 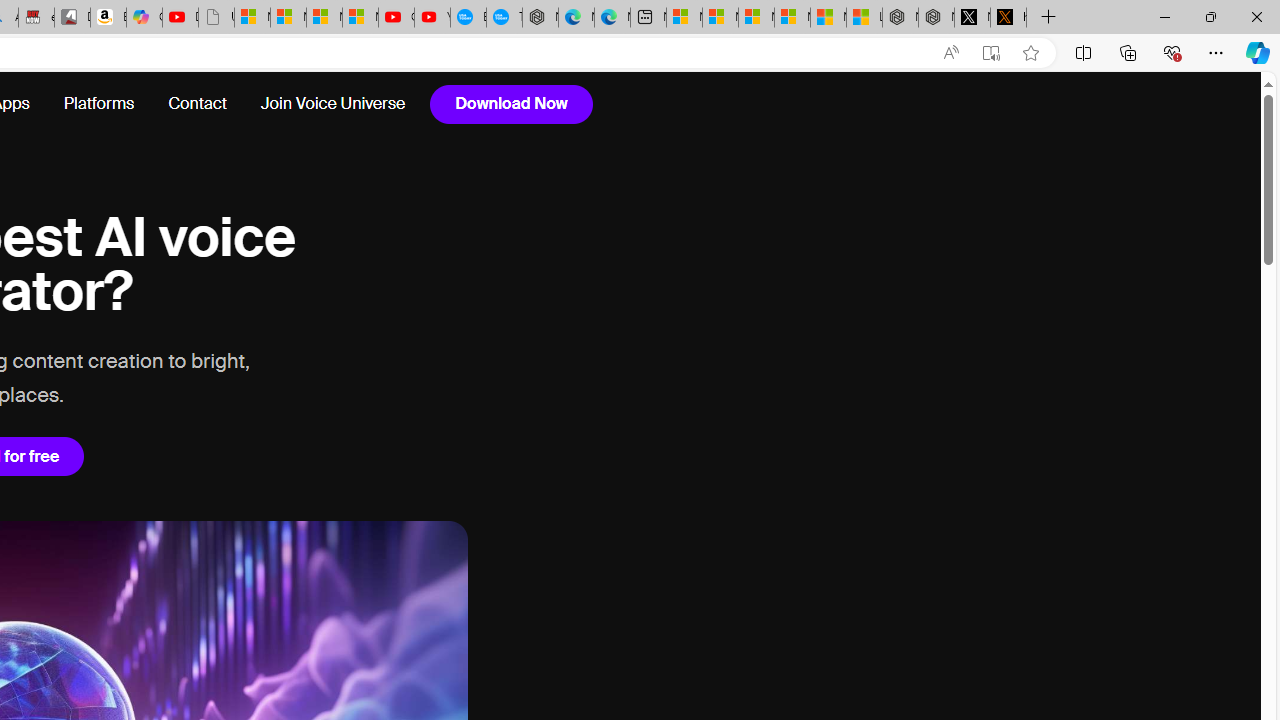 I want to click on 'help.x.com | 524: A timeout occurred', so click(x=1008, y=17).